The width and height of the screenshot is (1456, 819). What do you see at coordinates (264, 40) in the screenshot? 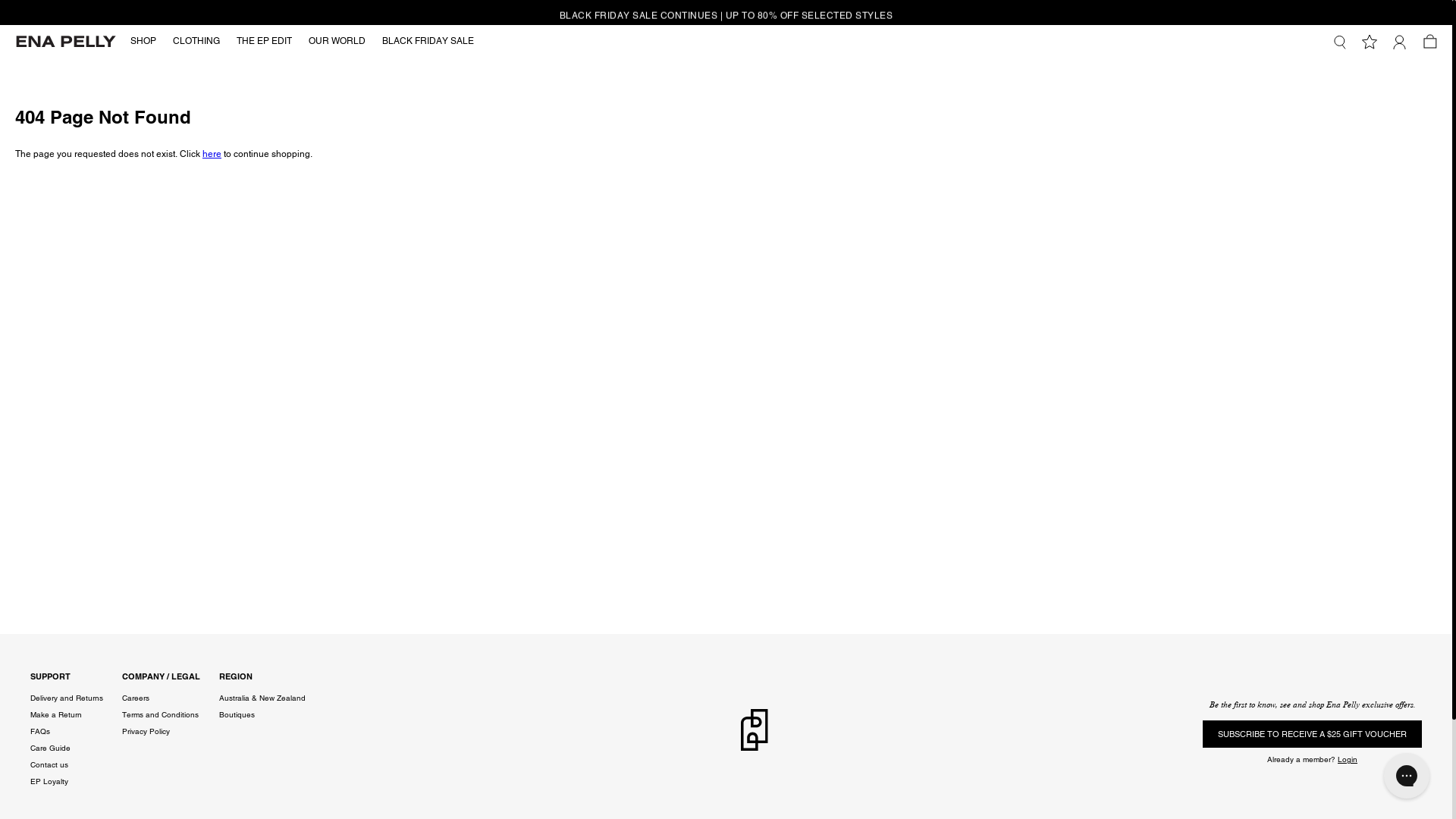
I see `'THE EP EDIT'` at bounding box center [264, 40].